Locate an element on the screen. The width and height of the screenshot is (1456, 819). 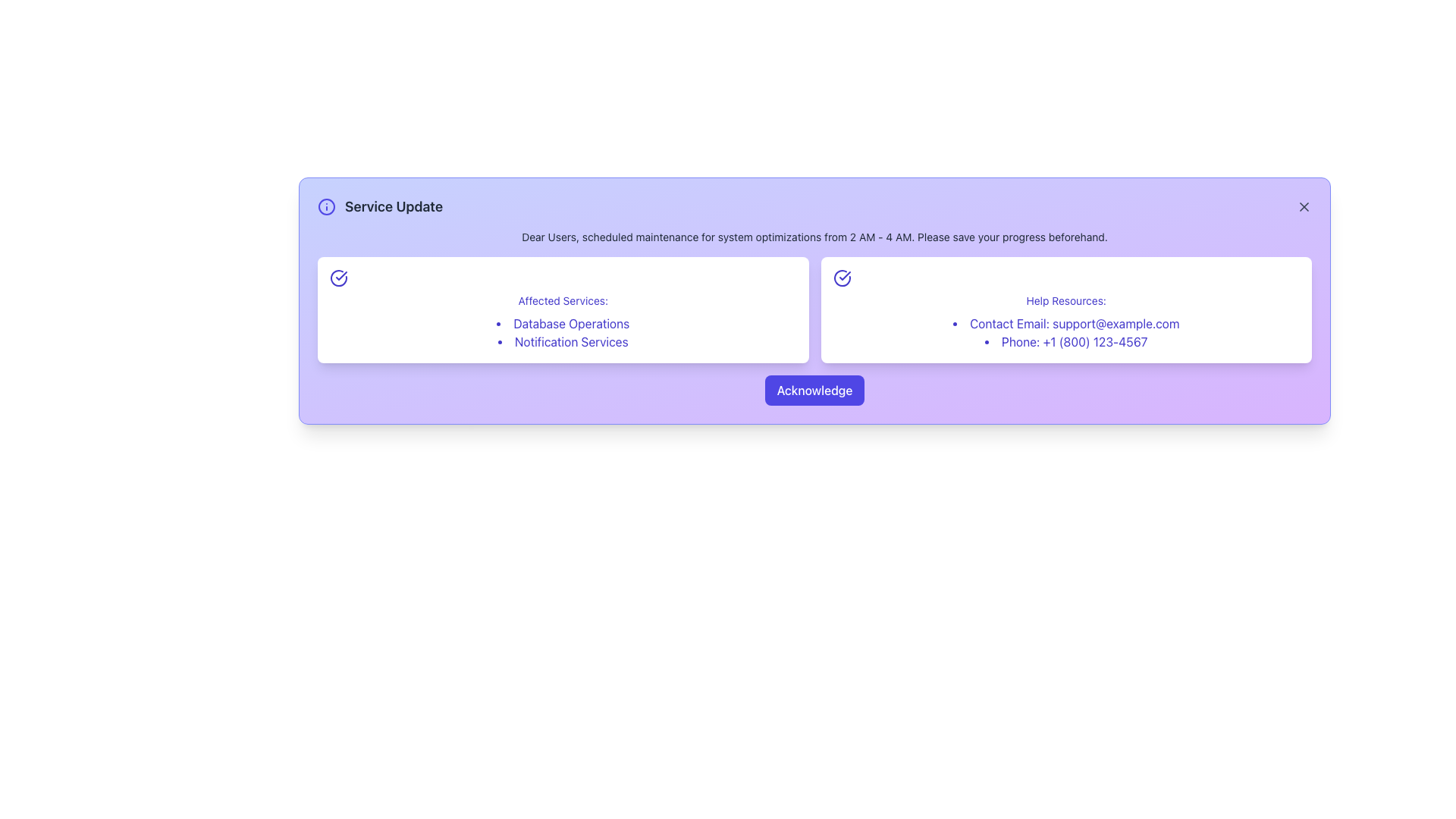
the blue rectangular button labeled 'Acknowledge' to observe its visual effects is located at coordinates (814, 390).